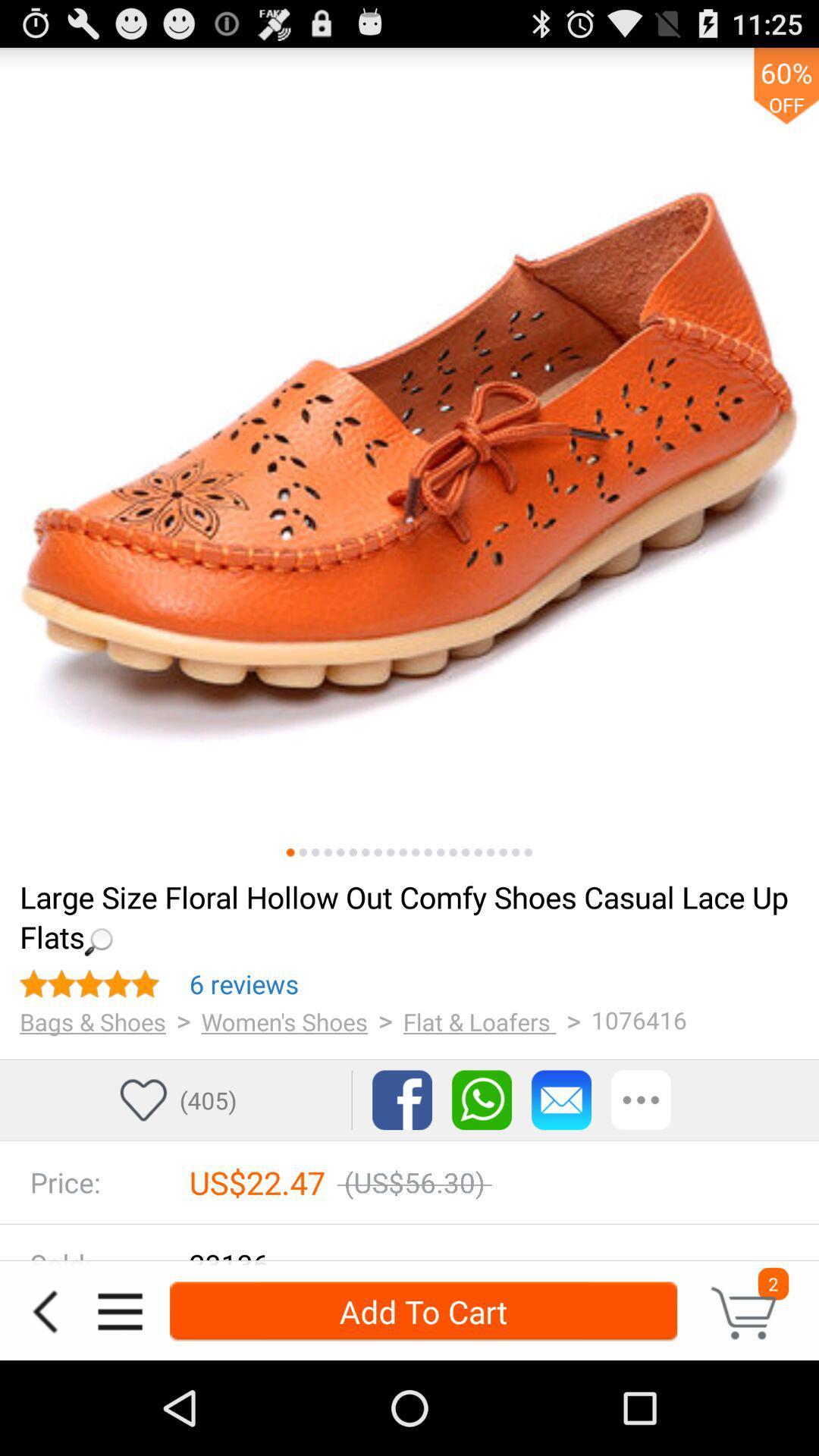 This screenshot has height=1456, width=819. Describe the element at coordinates (327, 852) in the screenshot. I see `more images` at that location.